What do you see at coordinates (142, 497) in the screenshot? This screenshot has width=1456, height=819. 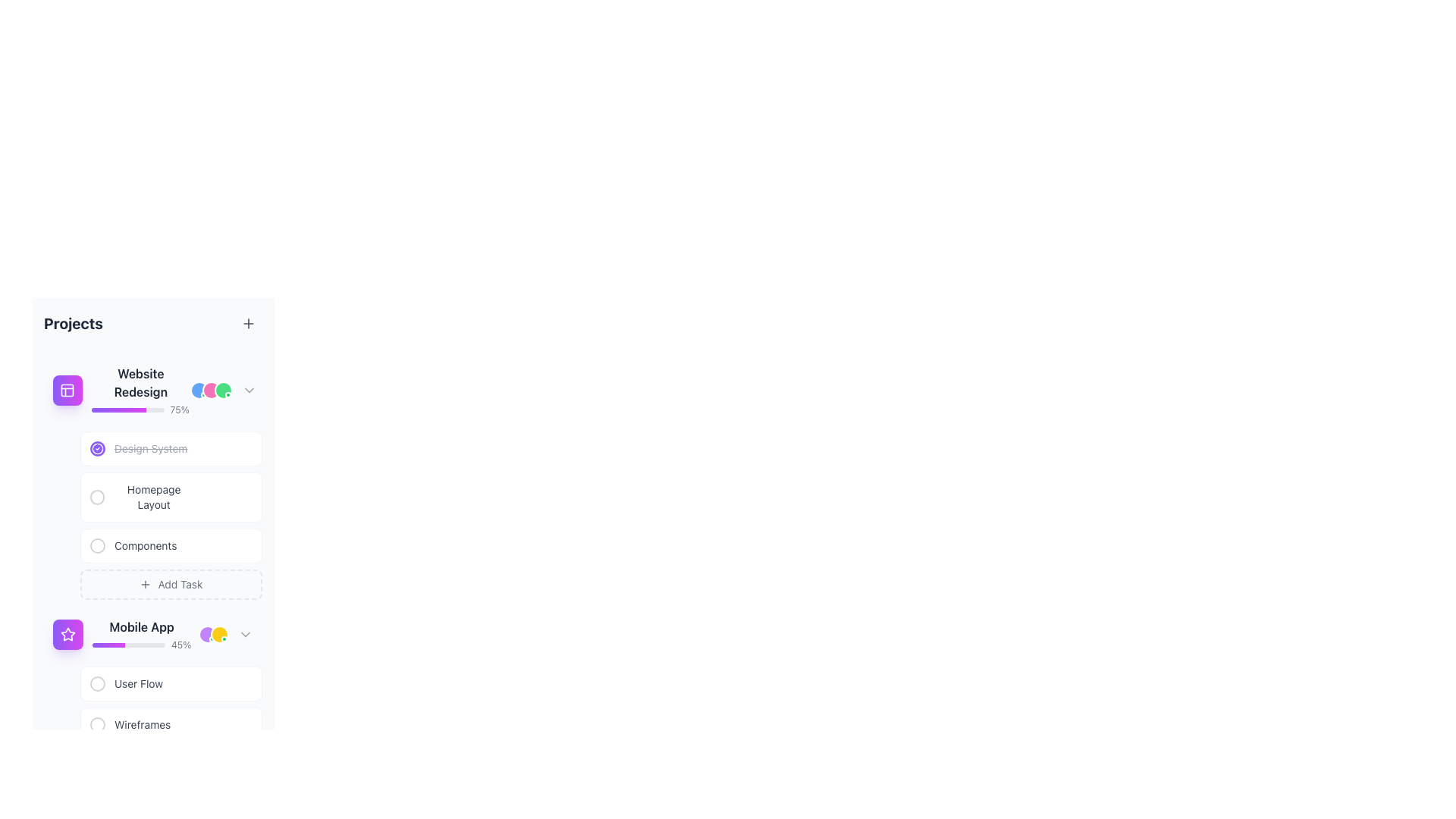 I see `the interactive circle selector of the first list item in the 'Website Redesign' project section to mark it for the 'Homepage Layout'` at bounding box center [142, 497].